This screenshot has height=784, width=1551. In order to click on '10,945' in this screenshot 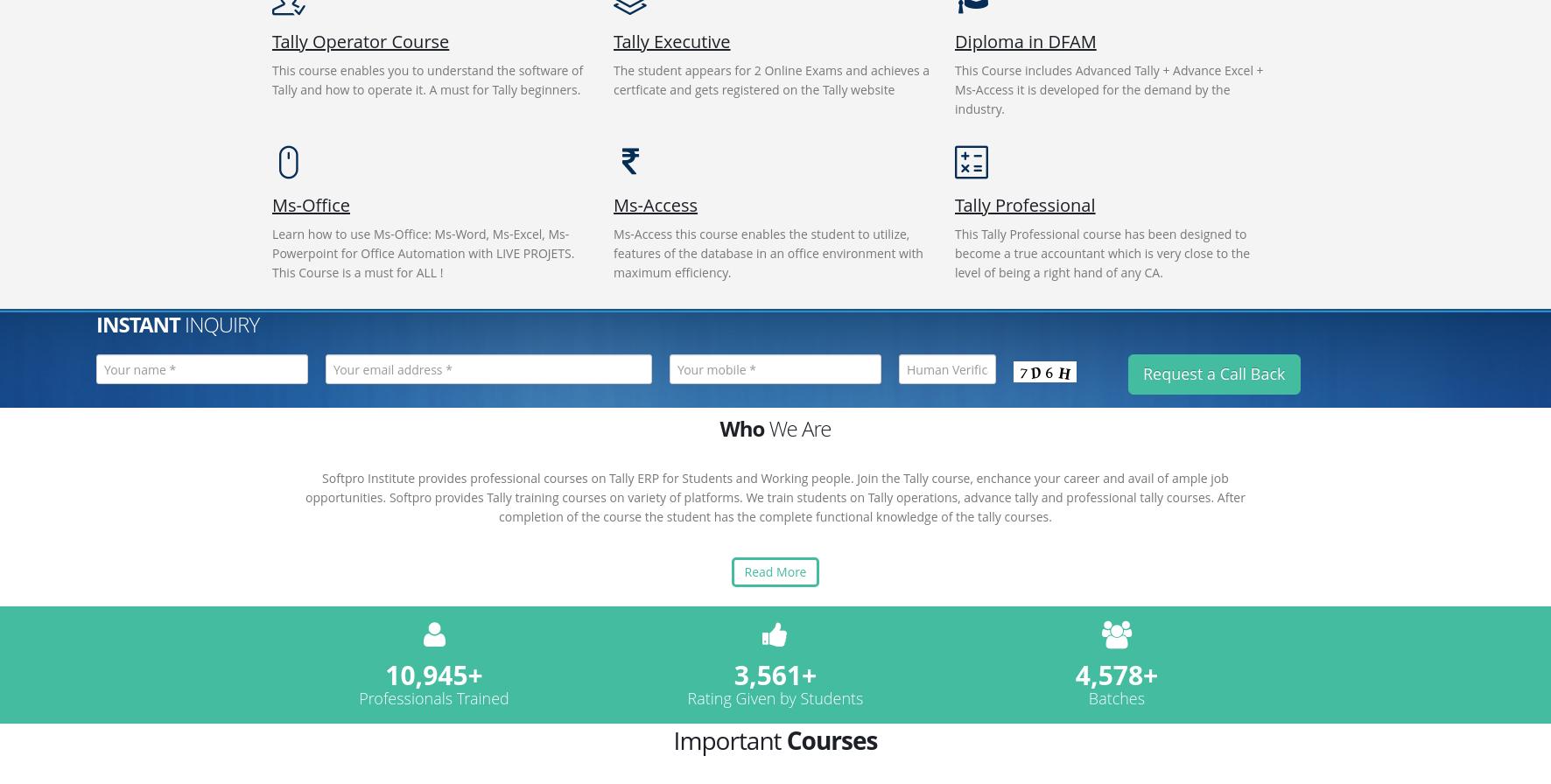, I will do `click(425, 674)`.